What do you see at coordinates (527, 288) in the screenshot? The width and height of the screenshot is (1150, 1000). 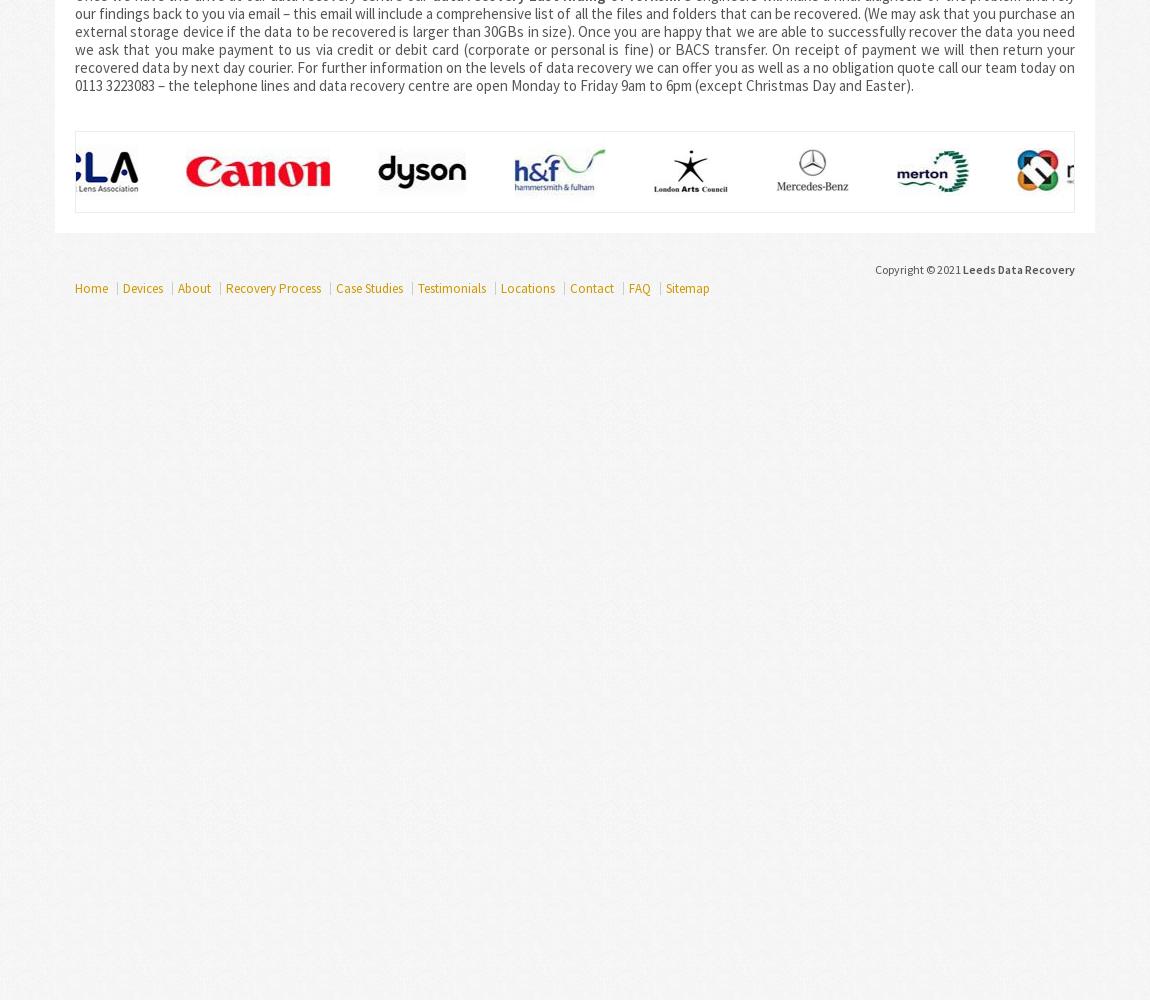 I see `'Locations'` at bounding box center [527, 288].